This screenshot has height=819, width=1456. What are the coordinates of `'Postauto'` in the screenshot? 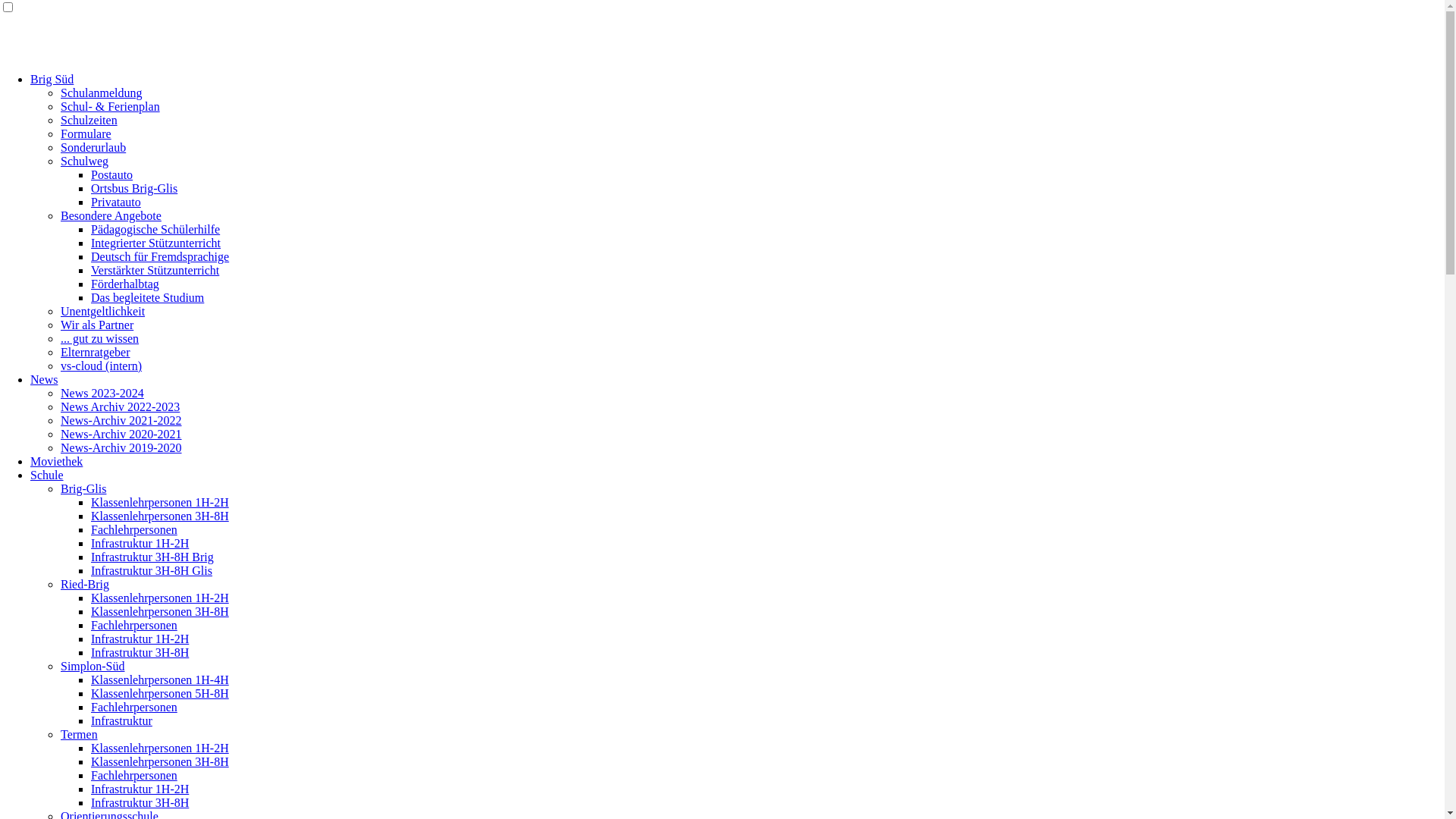 It's located at (111, 174).